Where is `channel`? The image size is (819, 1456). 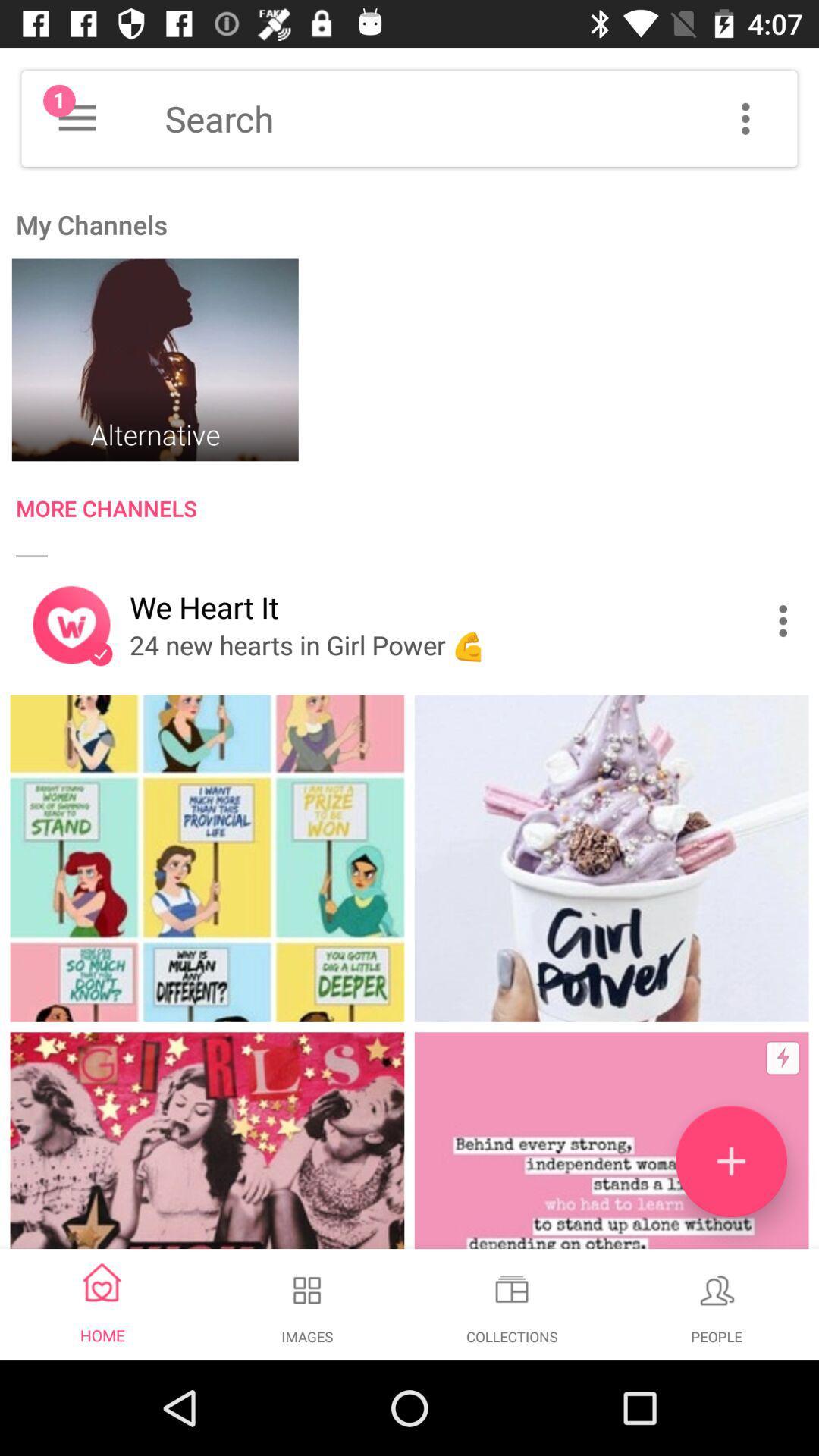
channel is located at coordinates (730, 1160).